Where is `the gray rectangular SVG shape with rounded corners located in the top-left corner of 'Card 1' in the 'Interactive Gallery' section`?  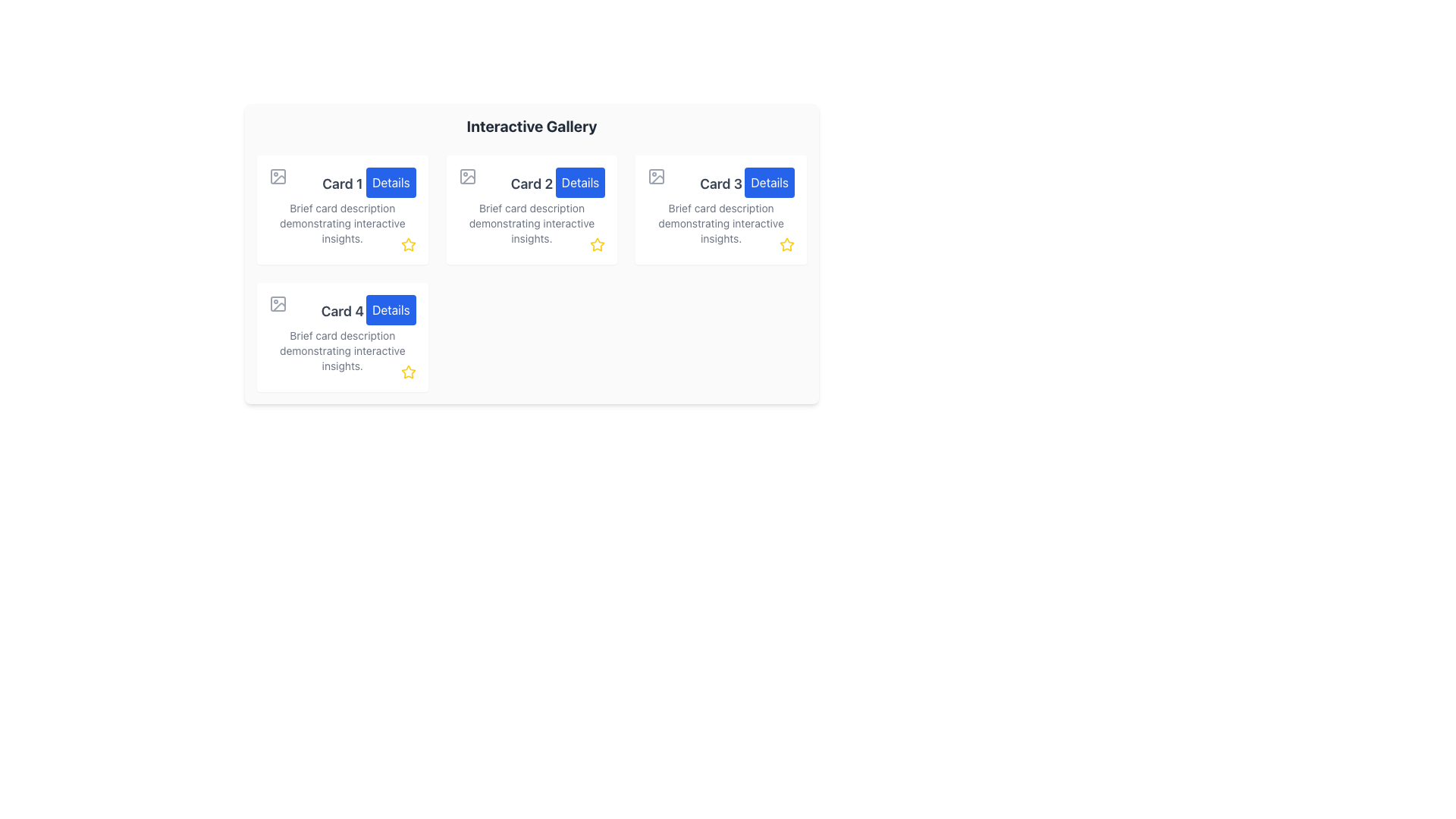
the gray rectangular SVG shape with rounded corners located in the top-left corner of 'Card 1' in the 'Interactive Gallery' section is located at coordinates (278, 175).